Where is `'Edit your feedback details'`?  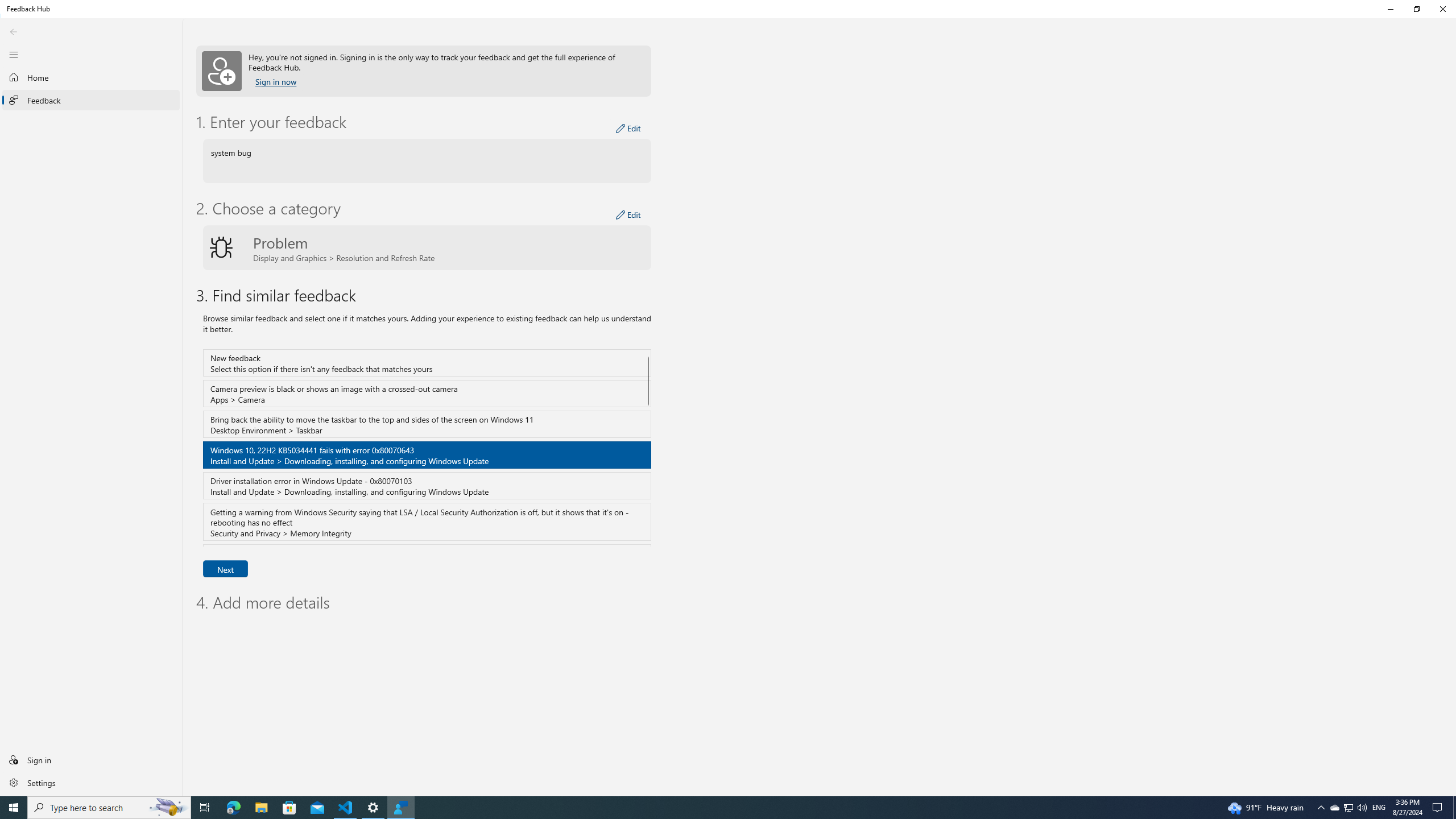
'Edit your feedback details' is located at coordinates (628, 128).